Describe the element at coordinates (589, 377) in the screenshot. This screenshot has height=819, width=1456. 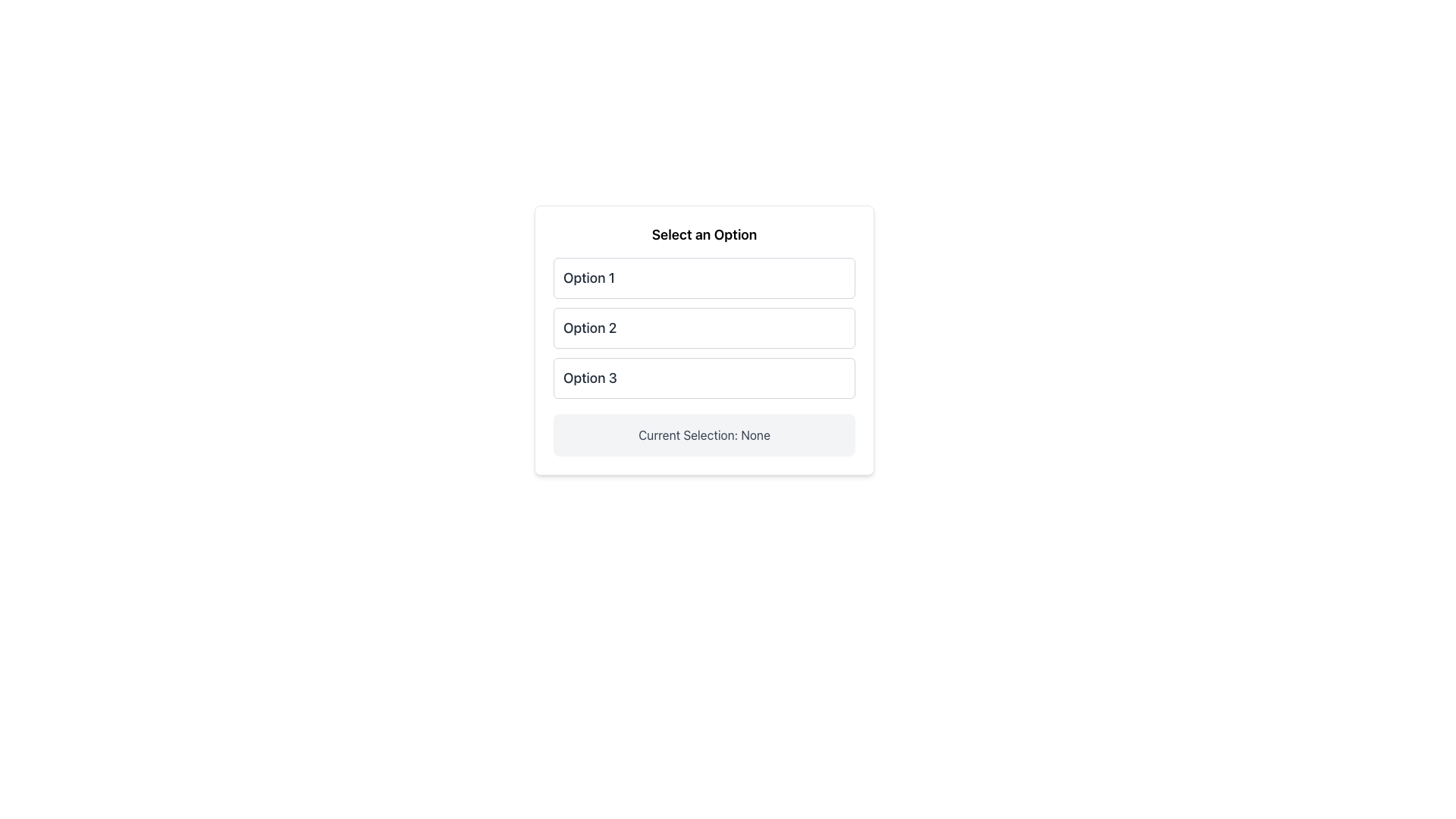
I see `text of the Text Label displaying 'Option 3', which is styled prominently and located beneath 'Option 2' in a vertical list of selectable options` at that location.